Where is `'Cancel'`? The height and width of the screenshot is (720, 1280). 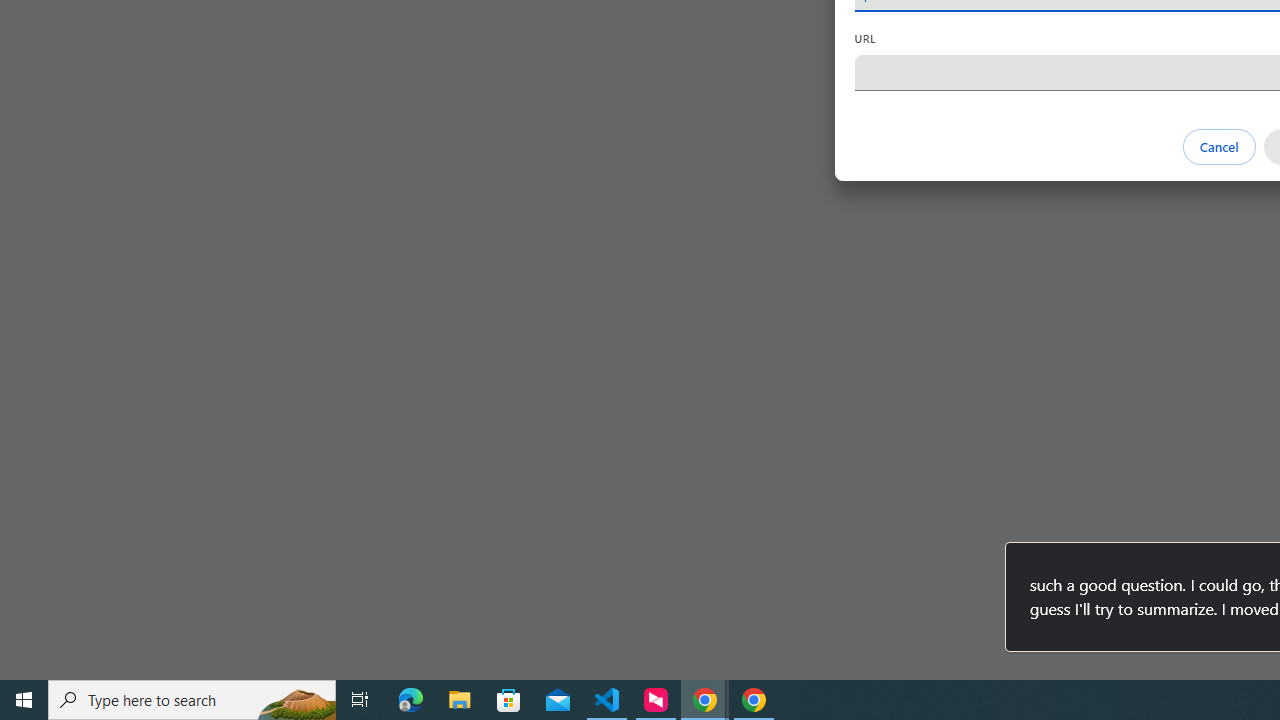
'Cancel' is located at coordinates (1217, 145).